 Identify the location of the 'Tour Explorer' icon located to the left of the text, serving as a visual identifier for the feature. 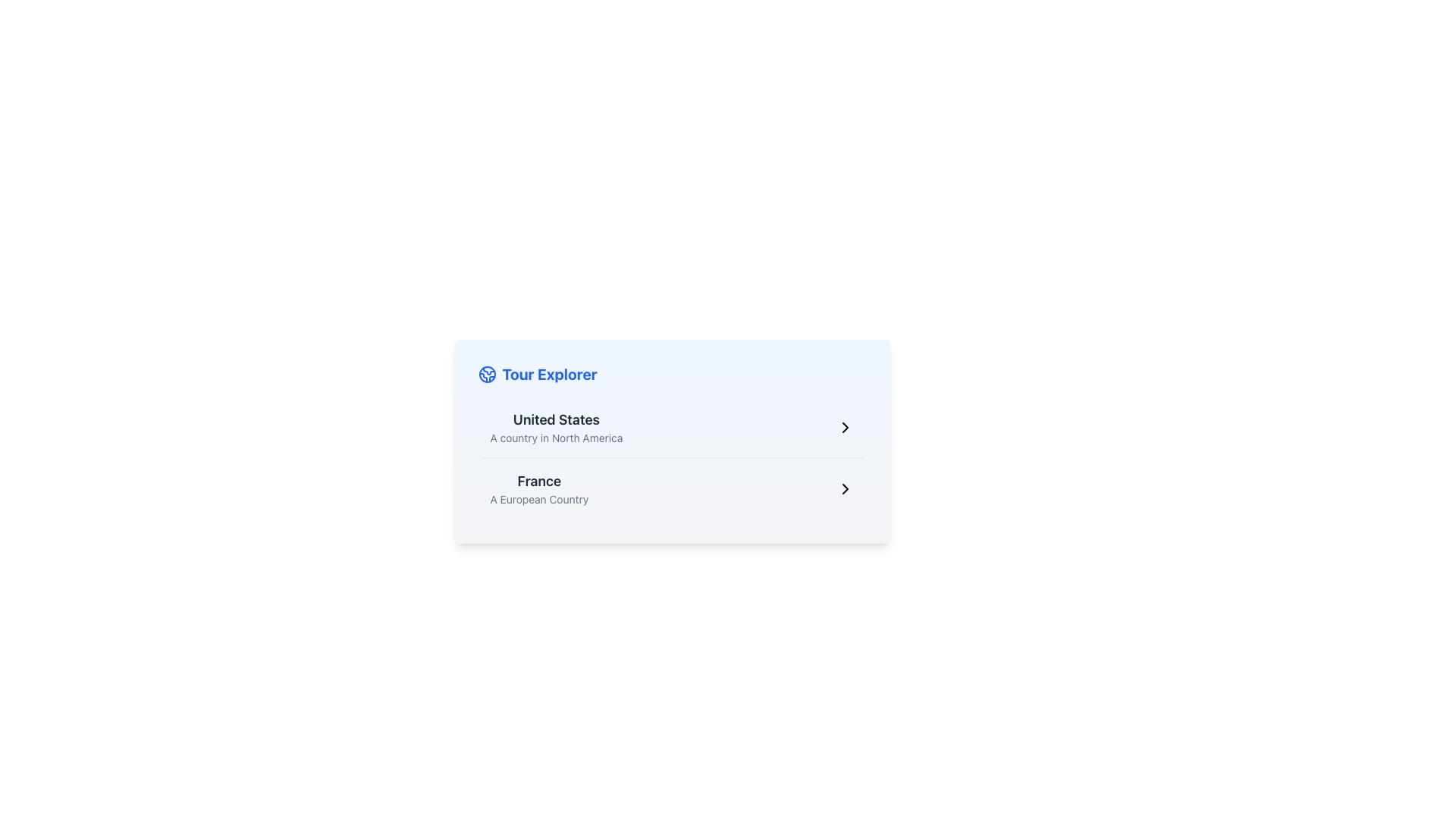
(487, 374).